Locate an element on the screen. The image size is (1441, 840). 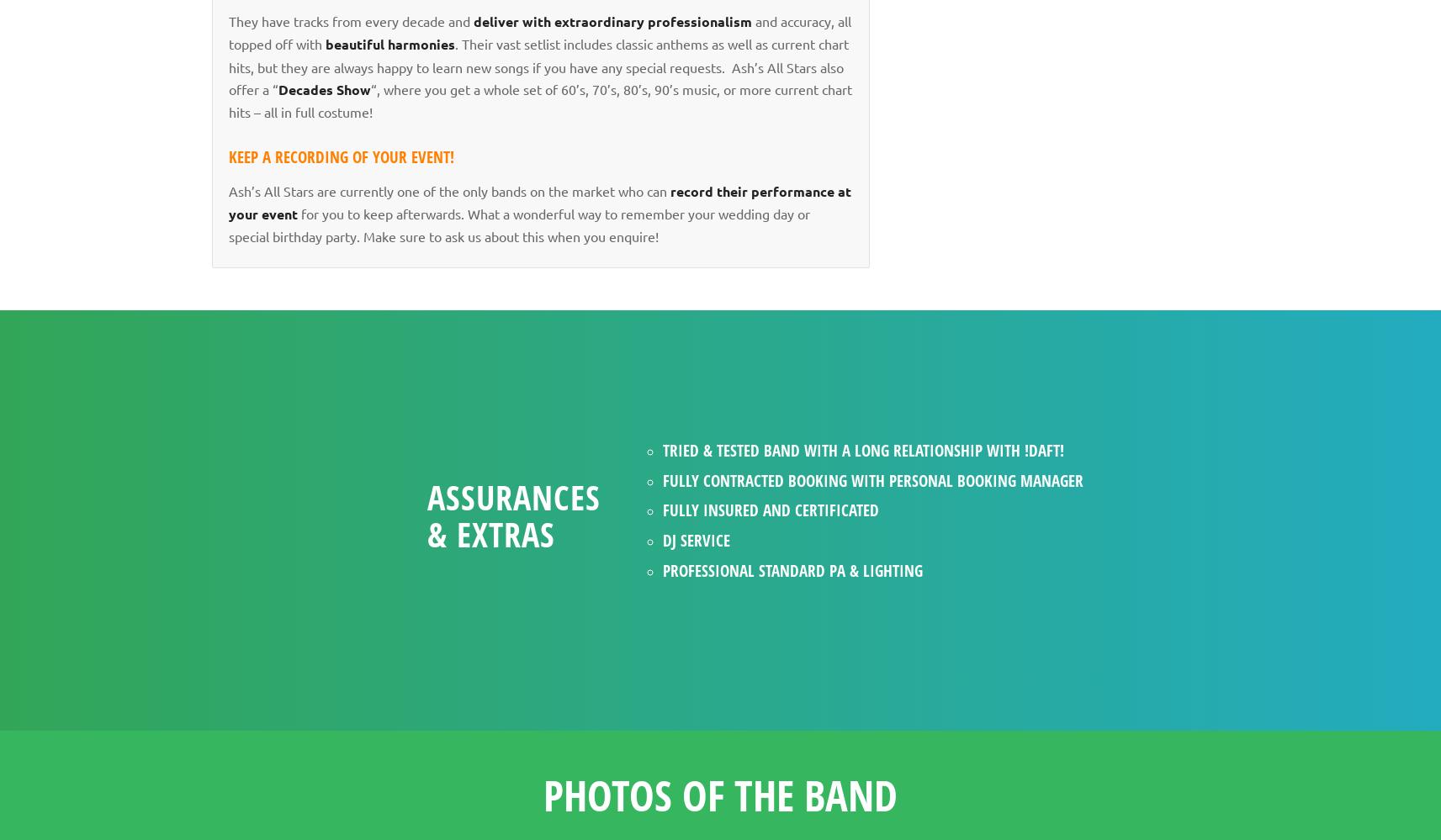
'“, where you get a whole set of 60’s, 70’s, 80’s, 90’s music, or more current chart hits – all in full costume!' is located at coordinates (227, 99).